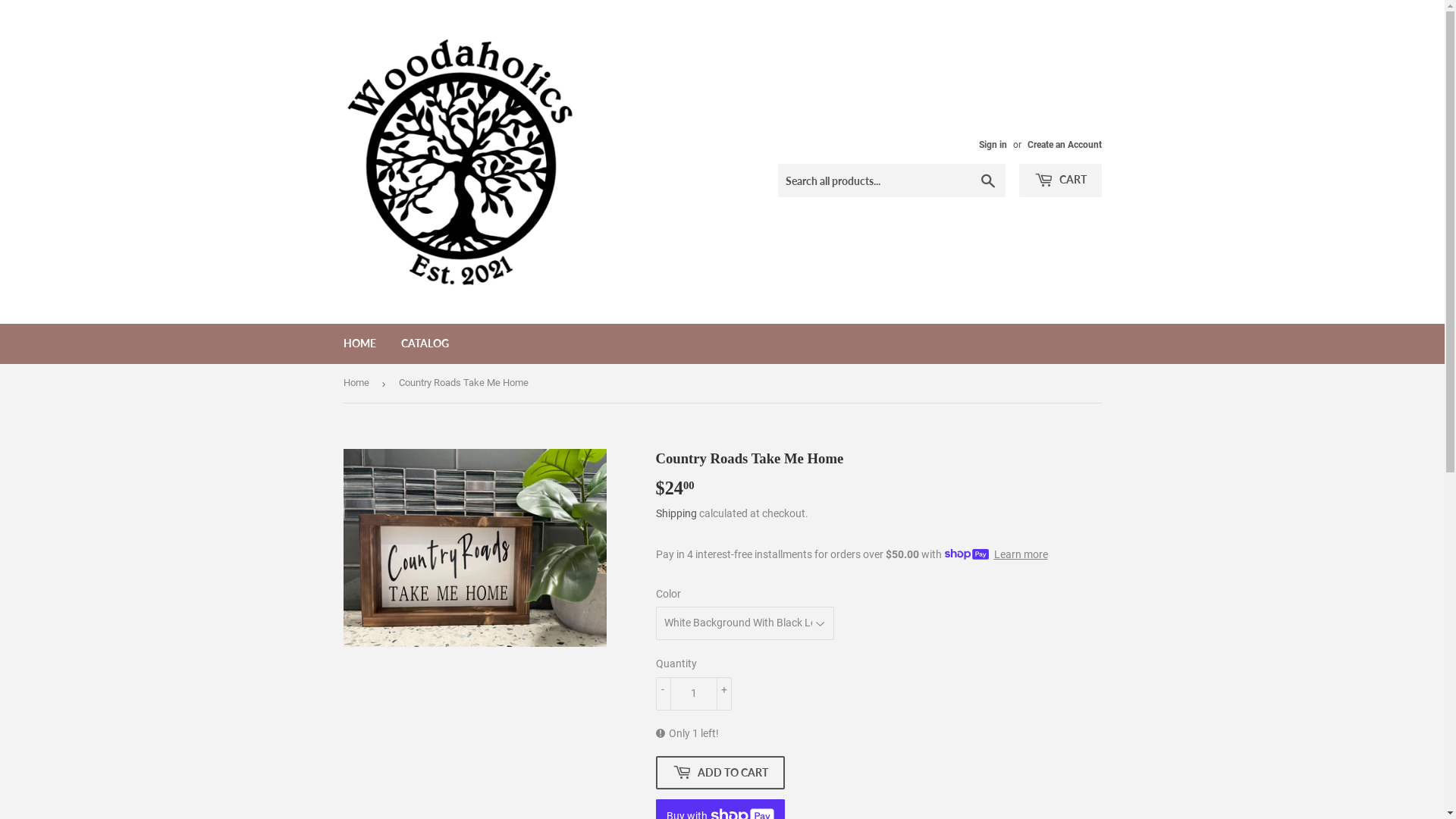 The image size is (1456, 819). What do you see at coordinates (341, 382) in the screenshot?
I see `'Home'` at bounding box center [341, 382].